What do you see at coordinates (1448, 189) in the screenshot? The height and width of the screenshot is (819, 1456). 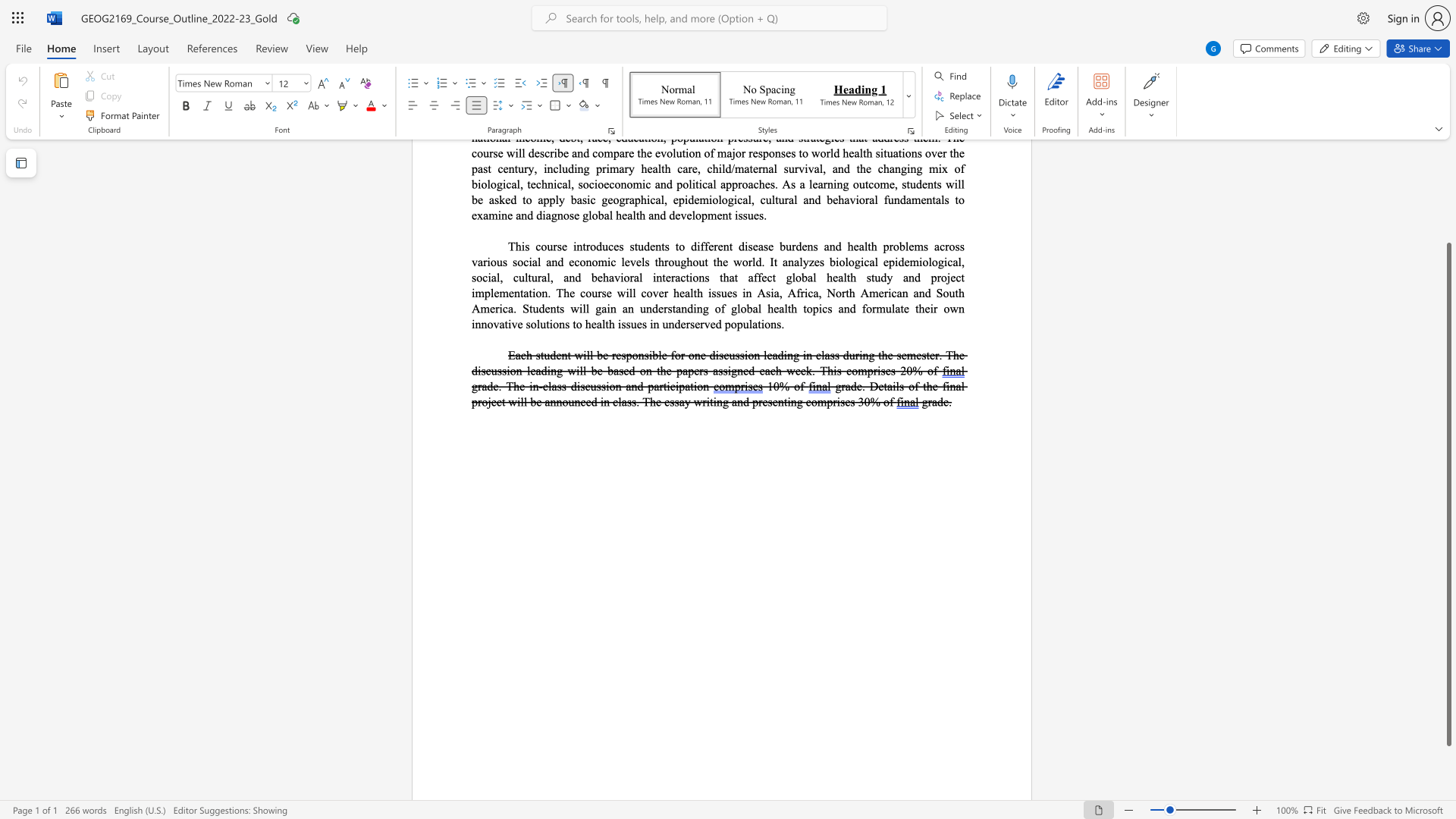 I see `the scrollbar on the right to move the page upward` at bounding box center [1448, 189].